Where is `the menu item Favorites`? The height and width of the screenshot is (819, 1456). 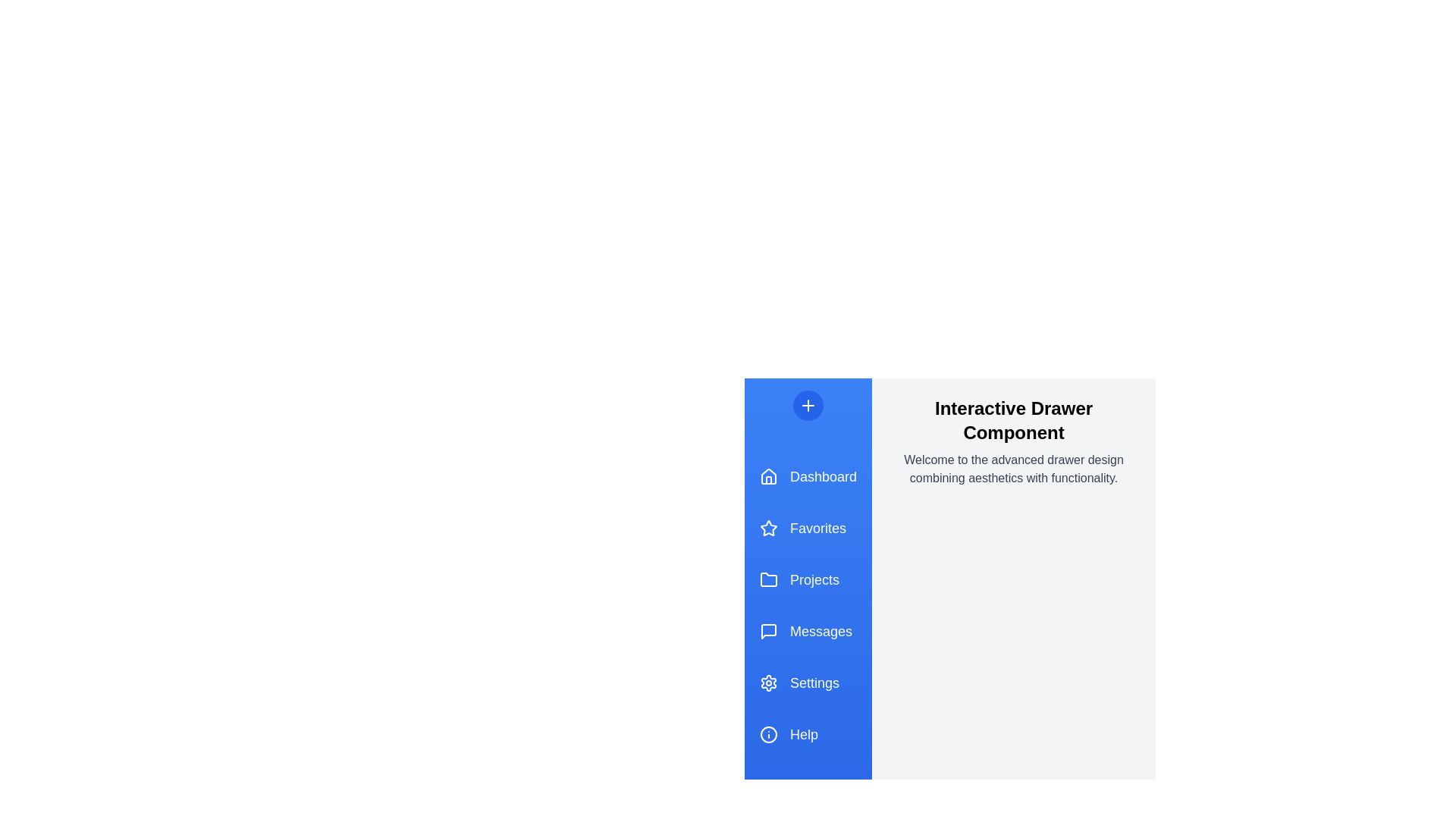
the menu item Favorites is located at coordinates (807, 528).